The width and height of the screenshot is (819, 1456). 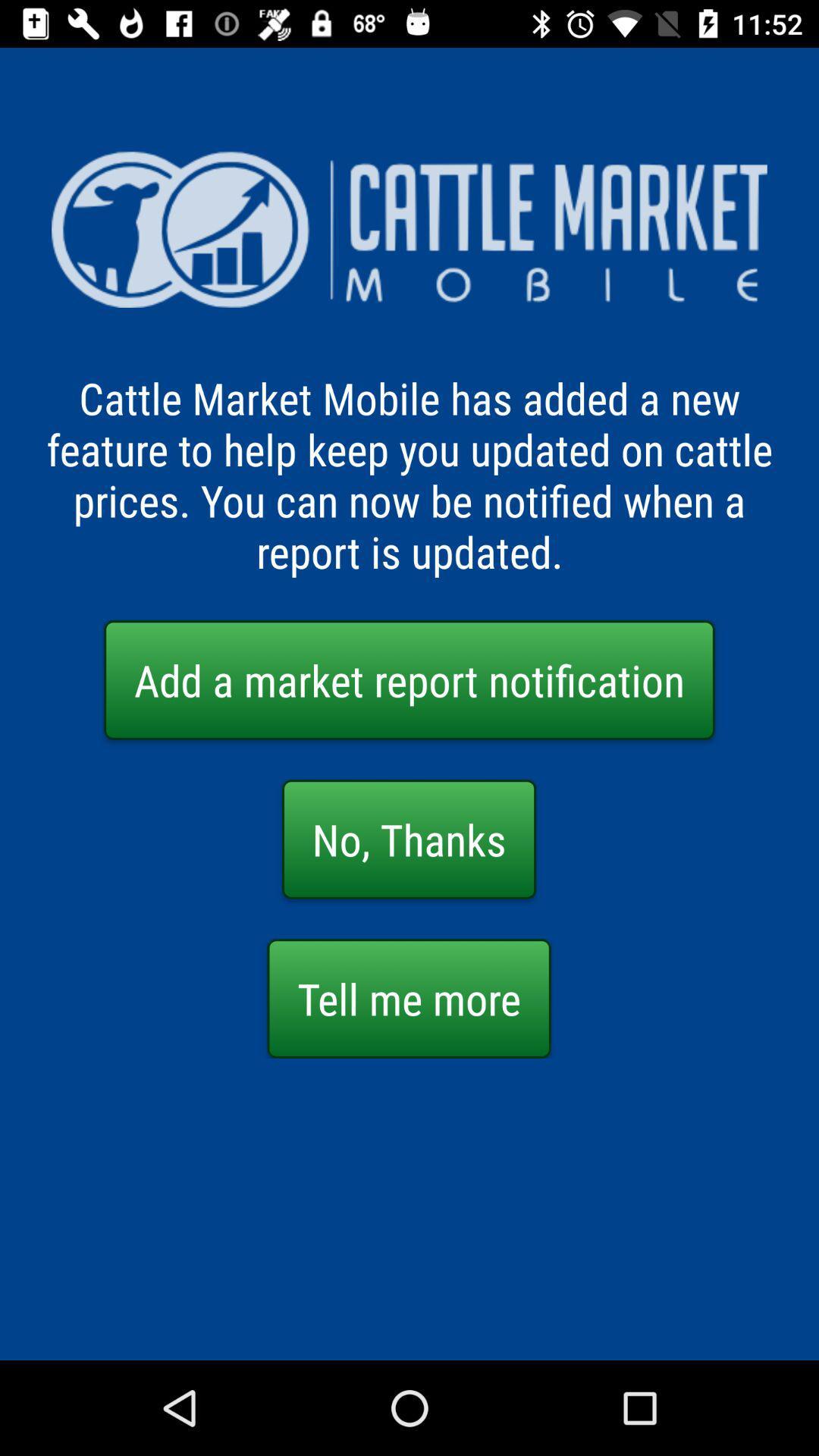 What do you see at coordinates (408, 839) in the screenshot?
I see `the no, thanks button` at bounding box center [408, 839].